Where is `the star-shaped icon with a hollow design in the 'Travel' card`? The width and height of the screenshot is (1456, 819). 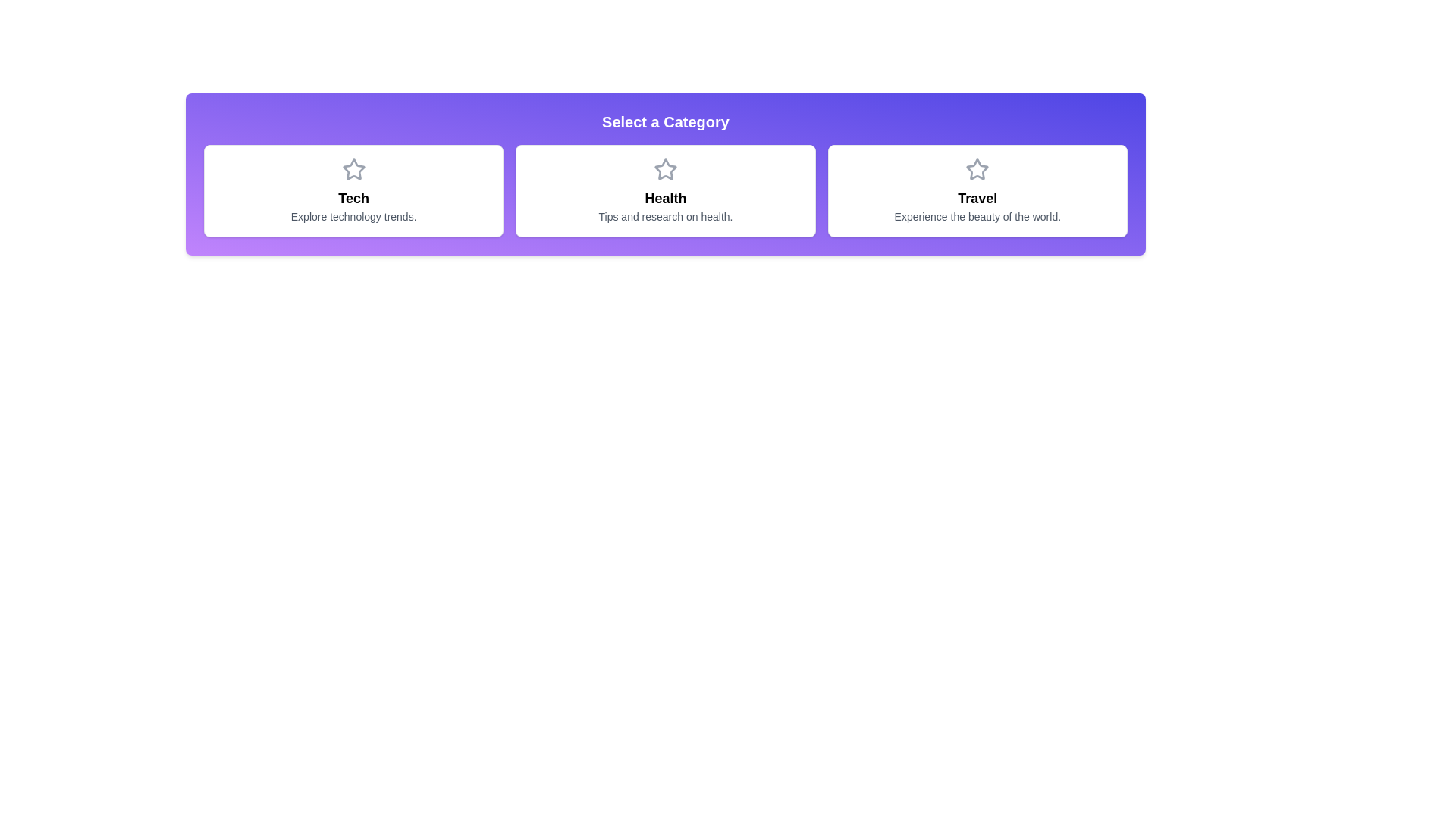
the star-shaped icon with a hollow design in the 'Travel' card is located at coordinates (977, 169).